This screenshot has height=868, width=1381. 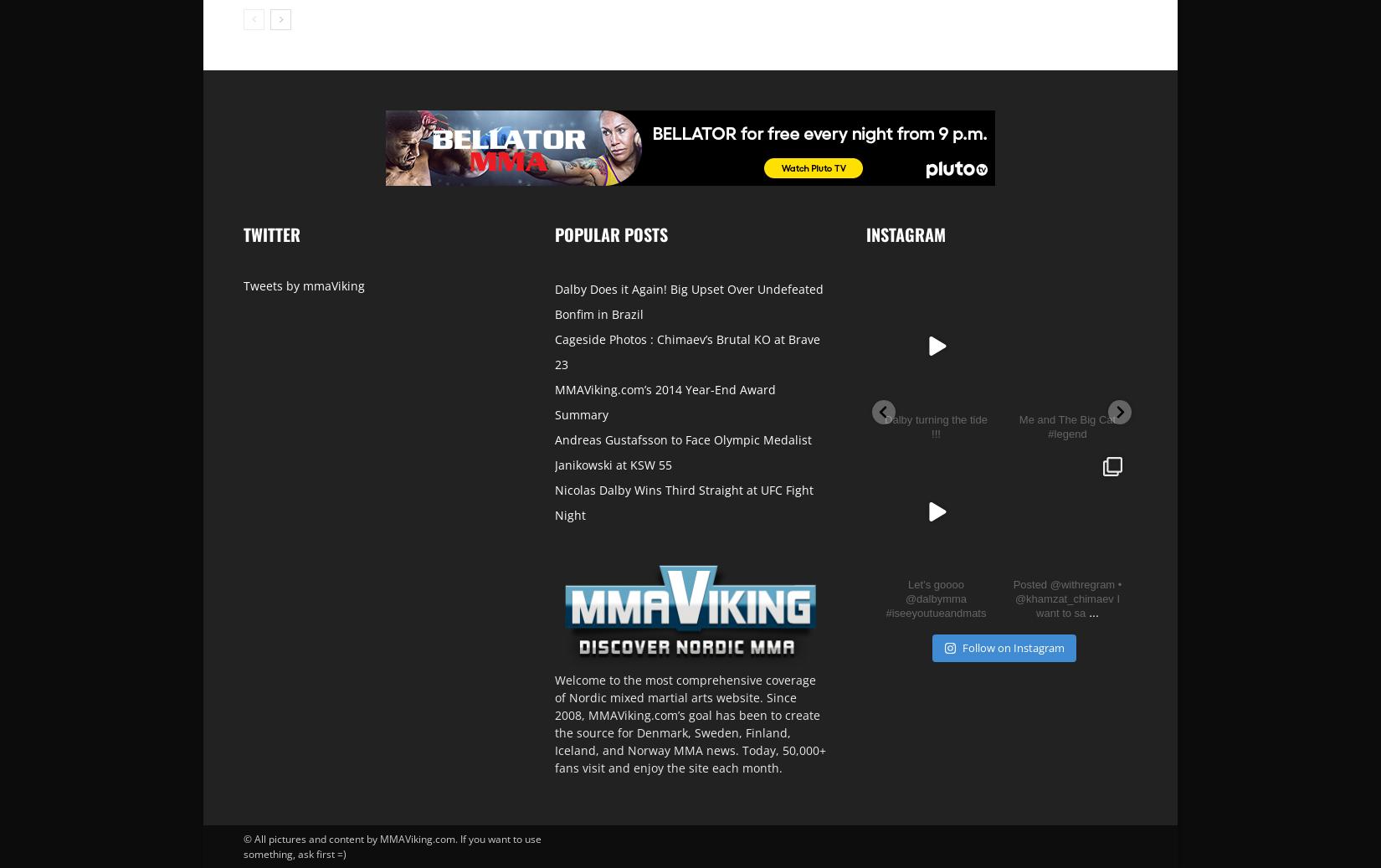 What do you see at coordinates (1073, 554) in the screenshot?
I see `'Oct 22'` at bounding box center [1073, 554].